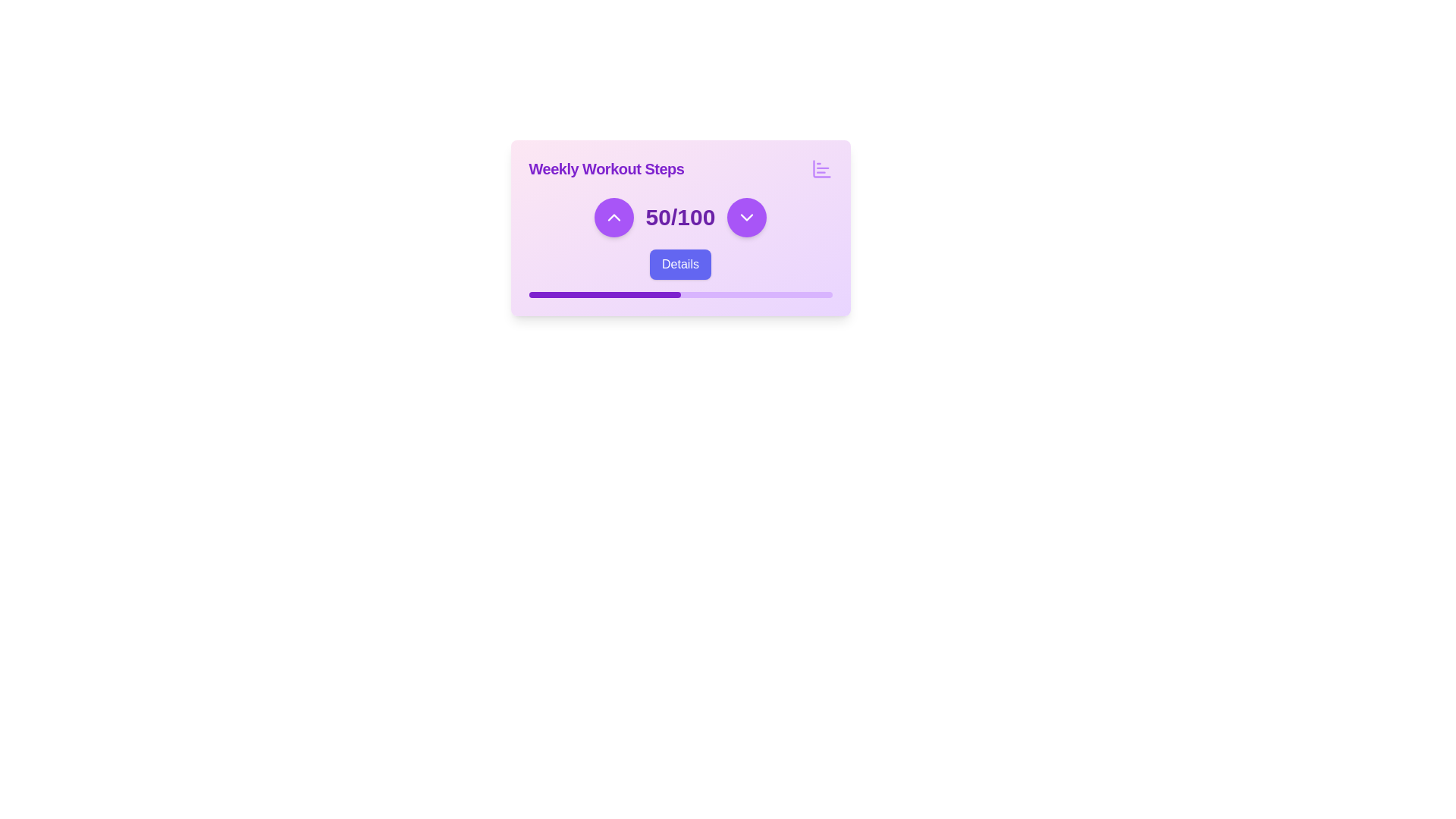 This screenshot has height=819, width=1456. I want to click on the chevron-down icon, which is part of a button styled with a purple circular background, located to the right of the counter labeled '50/100', so click(747, 217).